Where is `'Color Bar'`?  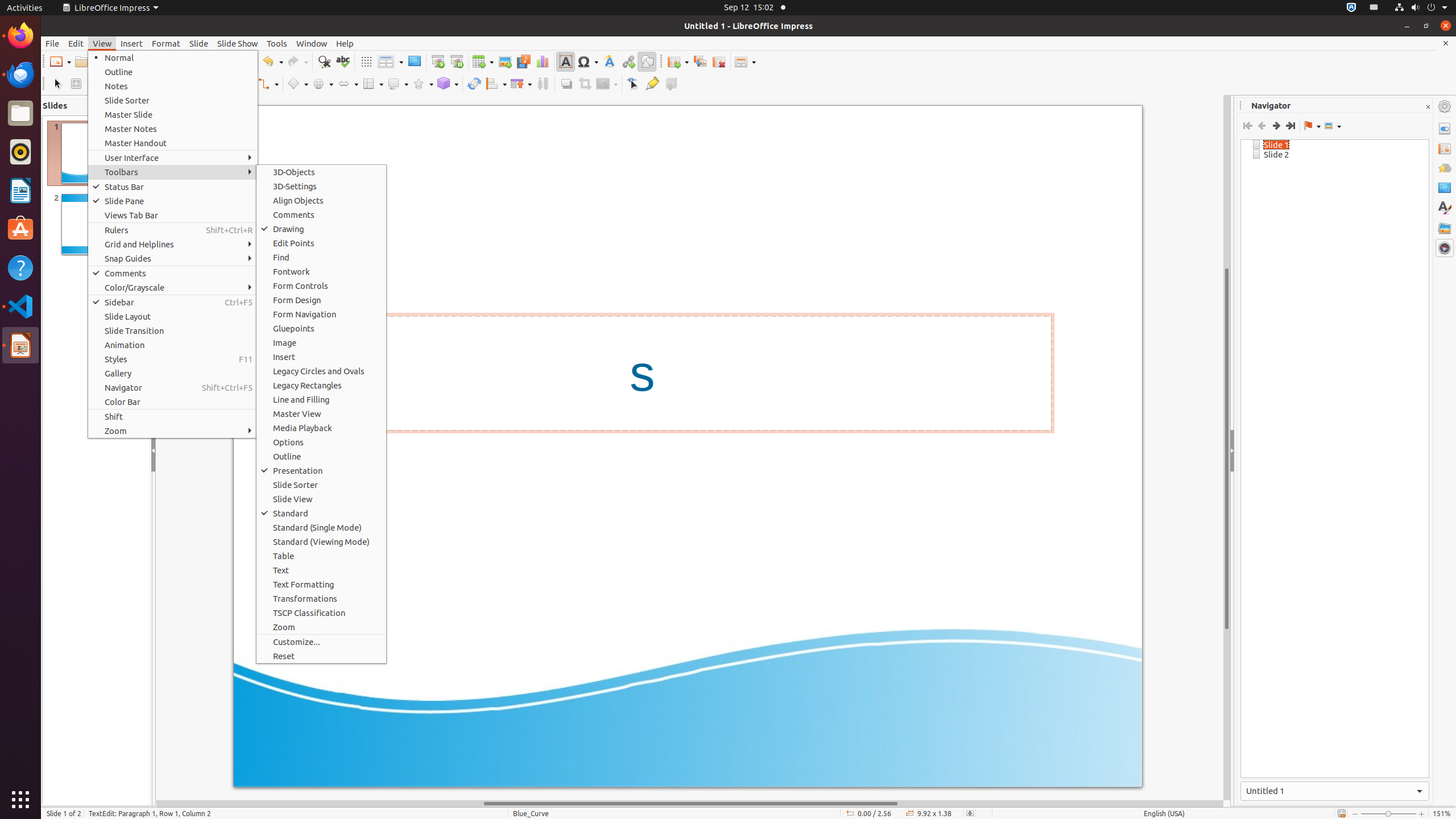
'Color Bar' is located at coordinates (172, 401).